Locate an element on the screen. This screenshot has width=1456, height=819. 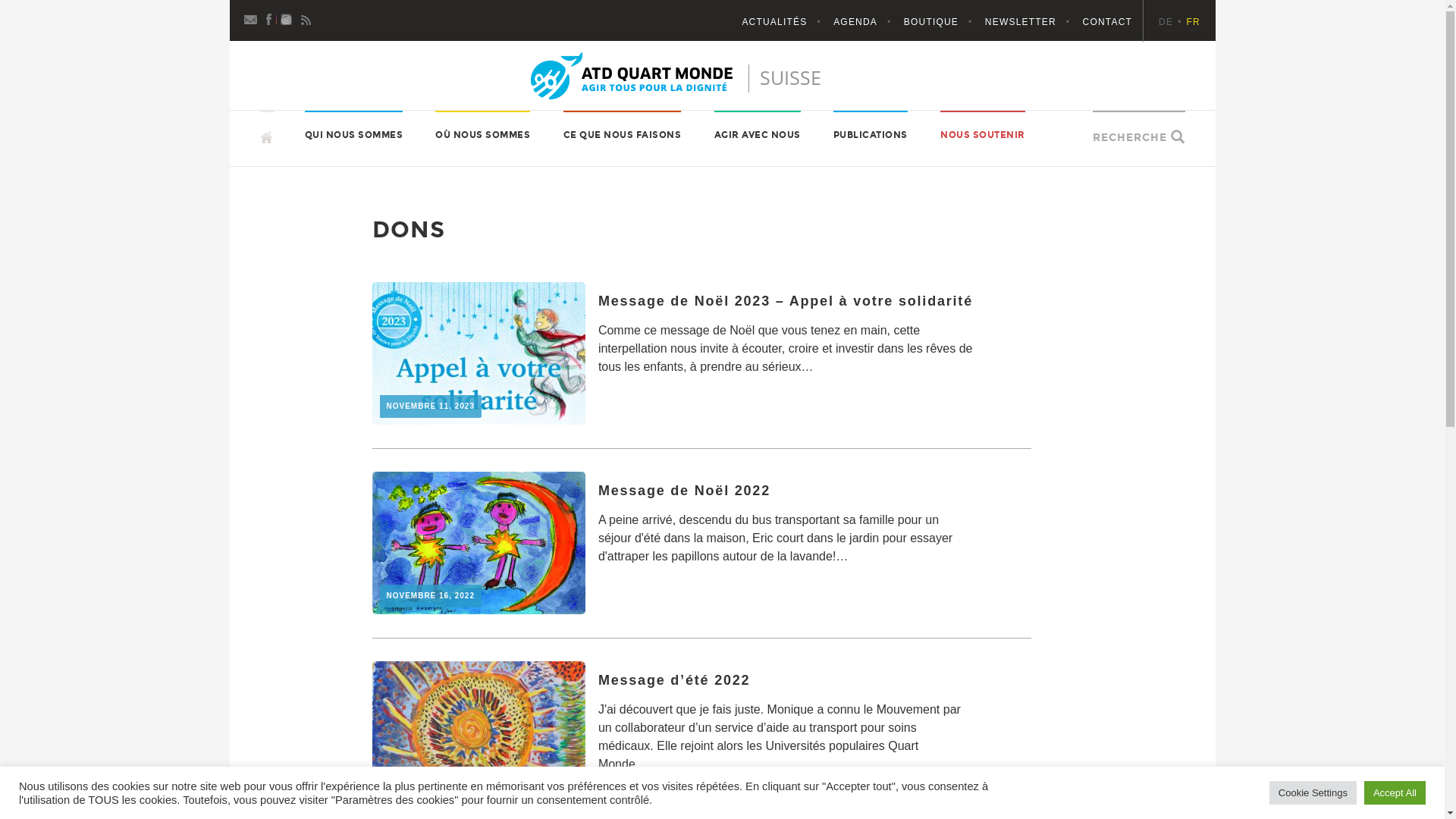
'Facebook' is located at coordinates (269, 17).